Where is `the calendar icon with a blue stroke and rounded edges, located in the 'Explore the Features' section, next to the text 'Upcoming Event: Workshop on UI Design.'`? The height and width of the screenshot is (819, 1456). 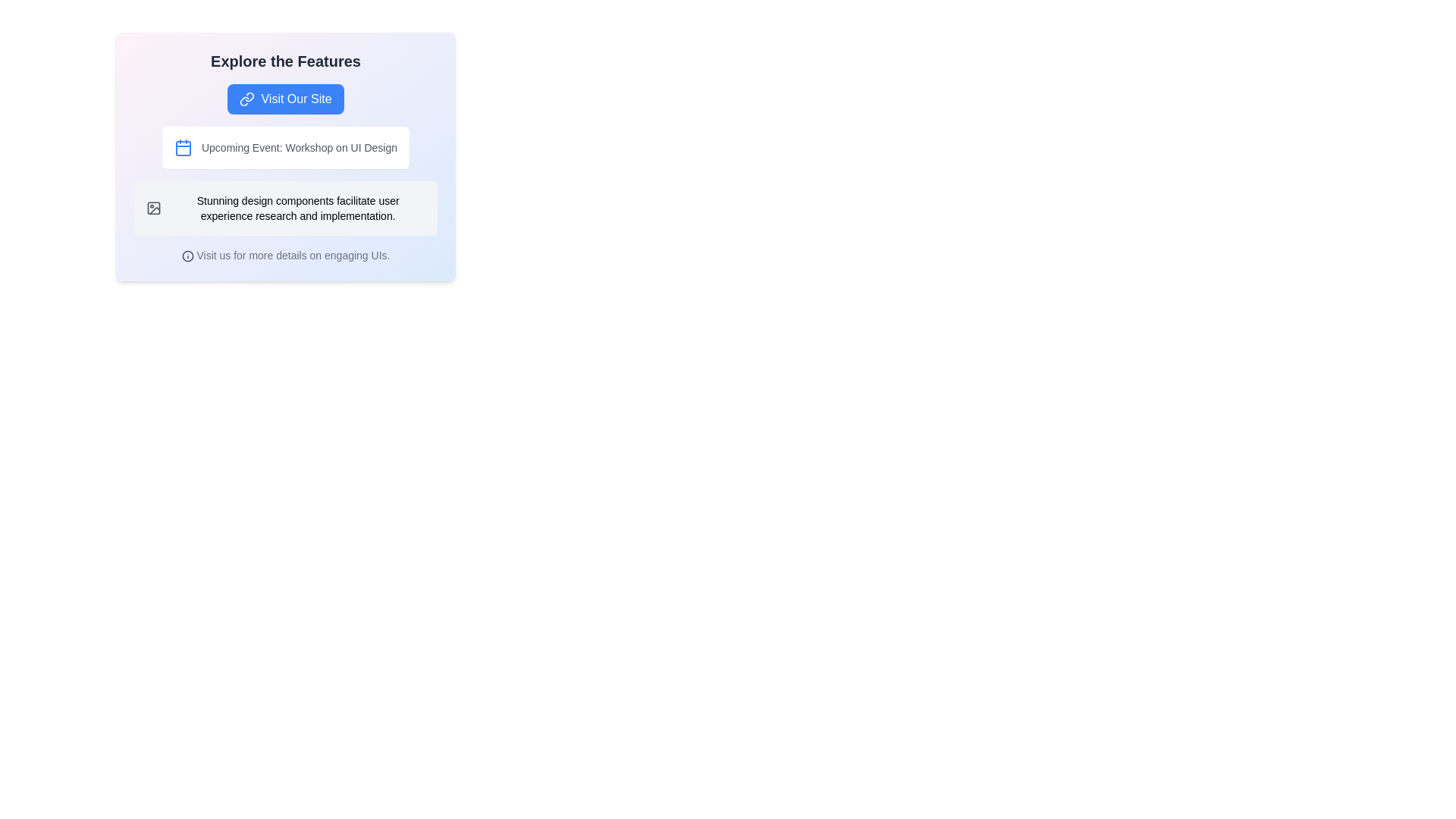
the calendar icon with a blue stroke and rounded edges, located in the 'Explore the Features' section, next to the text 'Upcoming Event: Workshop on UI Design.' is located at coordinates (182, 148).